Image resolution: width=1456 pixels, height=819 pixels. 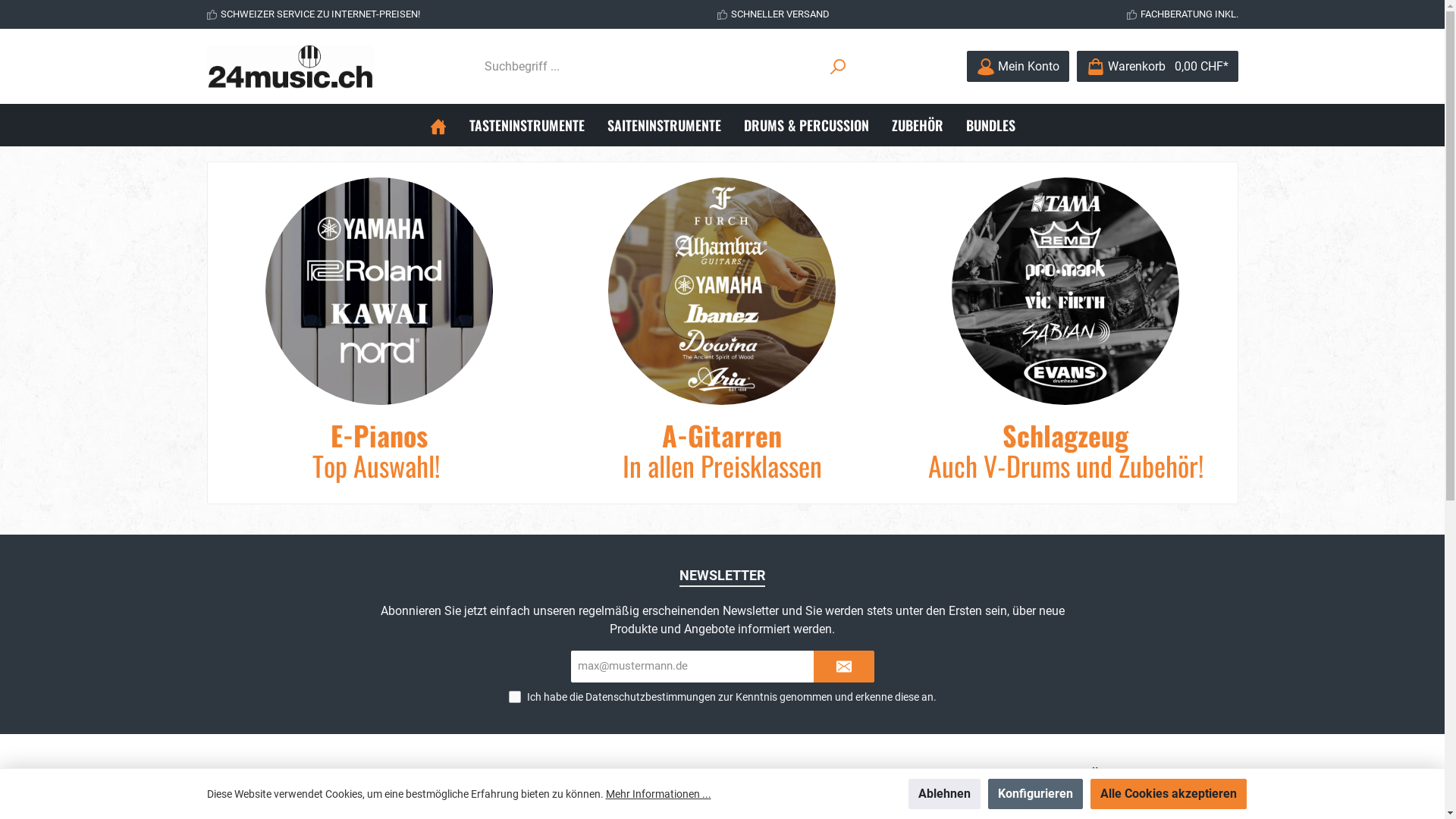 What do you see at coordinates (604, 792) in the screenshot?
I see `'Mehr Informationen ...'` at bounding box center [604, 792].